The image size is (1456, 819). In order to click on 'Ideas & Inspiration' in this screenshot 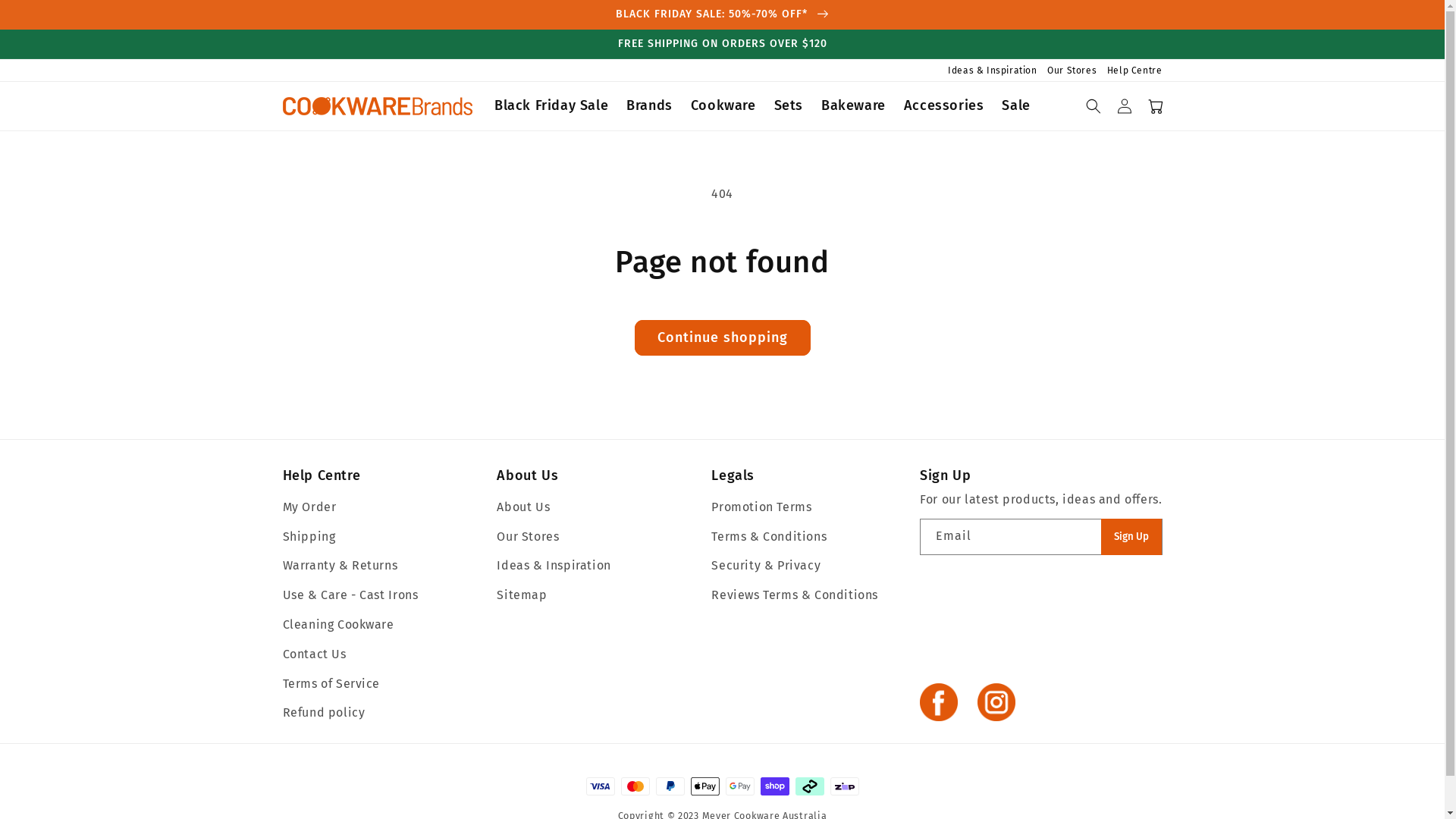, I will do `click(552, 566)`.